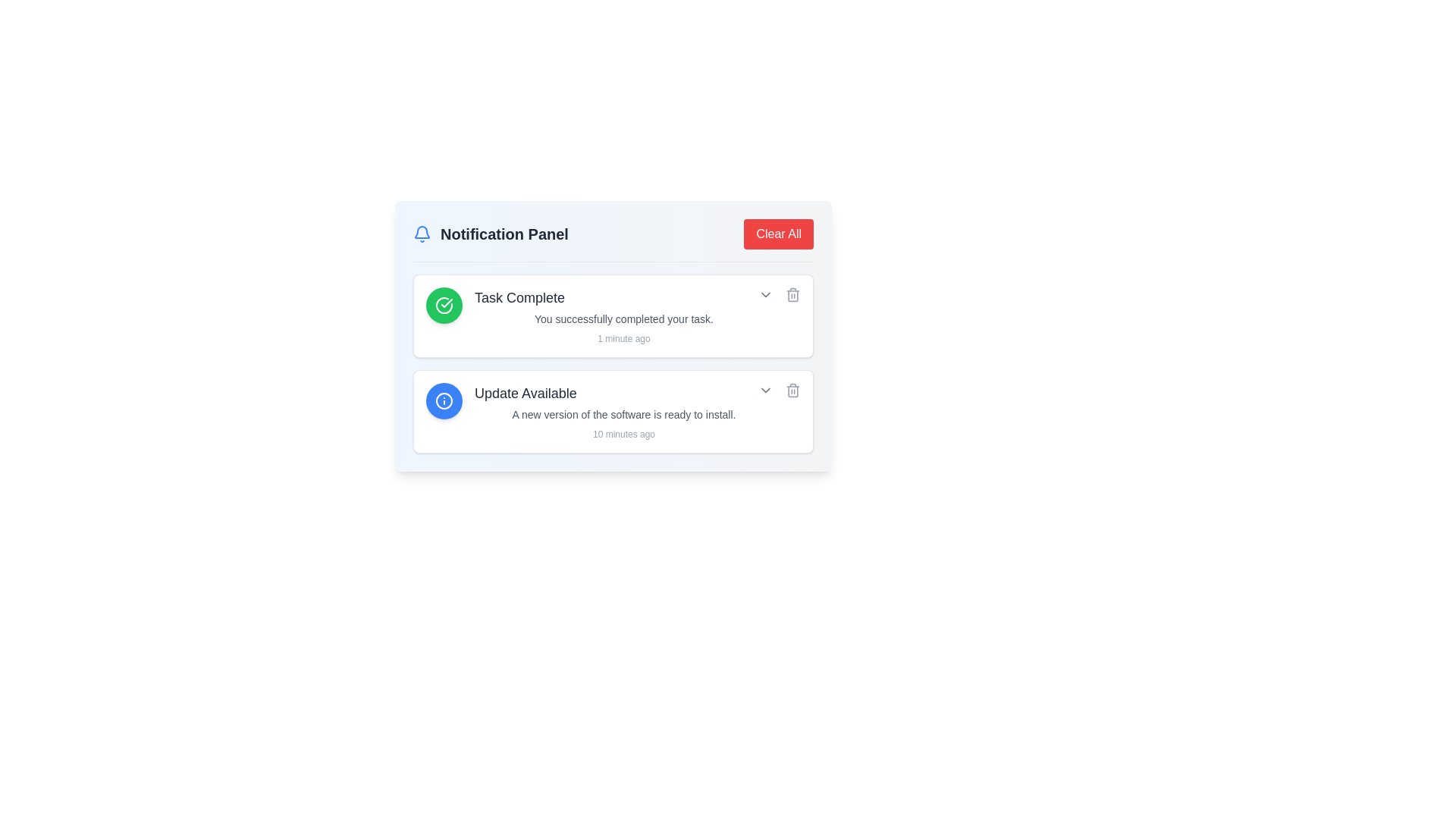 The width and height of the screenshot is (1456, 819). Describe the element at coordinates (519, 298) in the screenshot. I see `the text label that displays 'Task Complete' in a bold and large gray font, located within the notification card to the right of a green circular checkmark icon` at that location.